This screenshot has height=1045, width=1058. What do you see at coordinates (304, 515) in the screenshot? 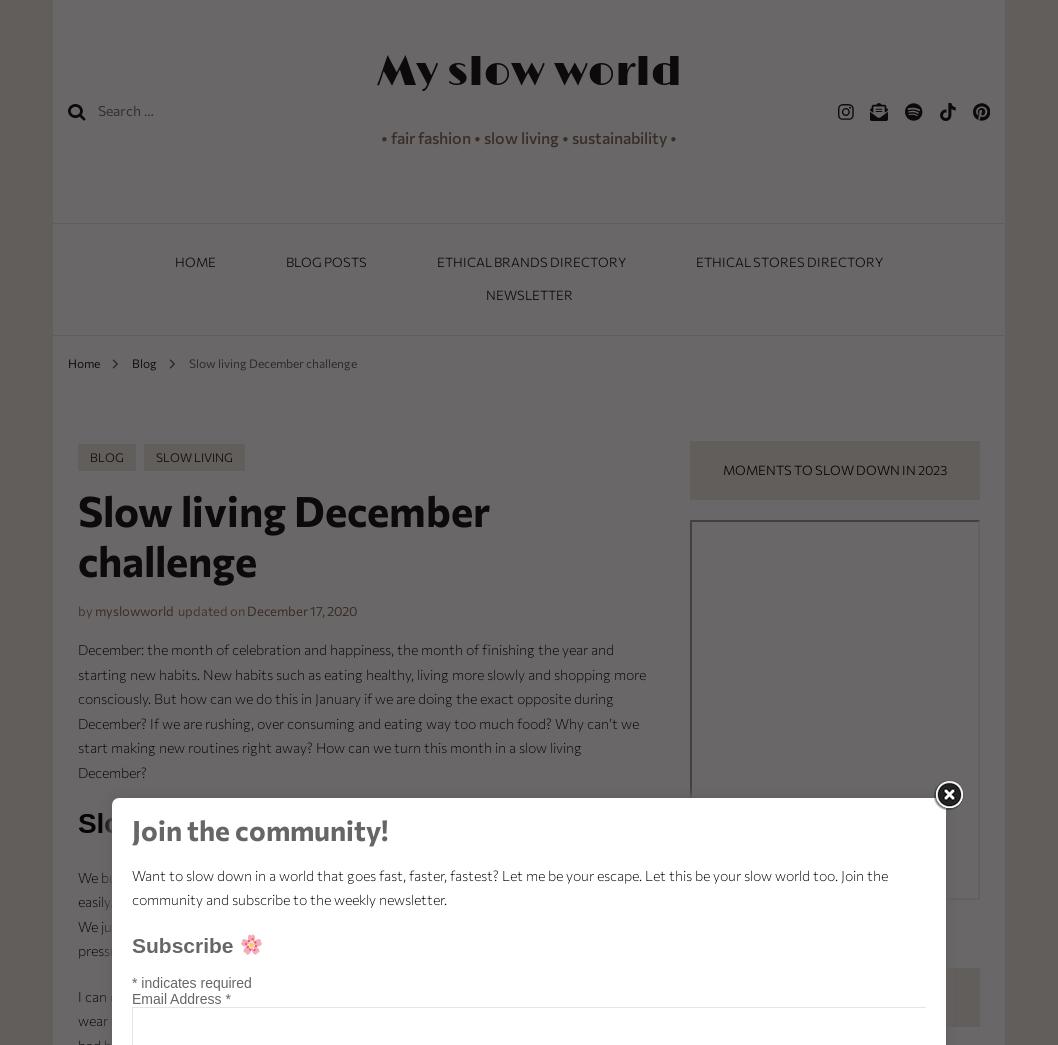
I see `'Get to know…'` at bounding box center [304, 515].